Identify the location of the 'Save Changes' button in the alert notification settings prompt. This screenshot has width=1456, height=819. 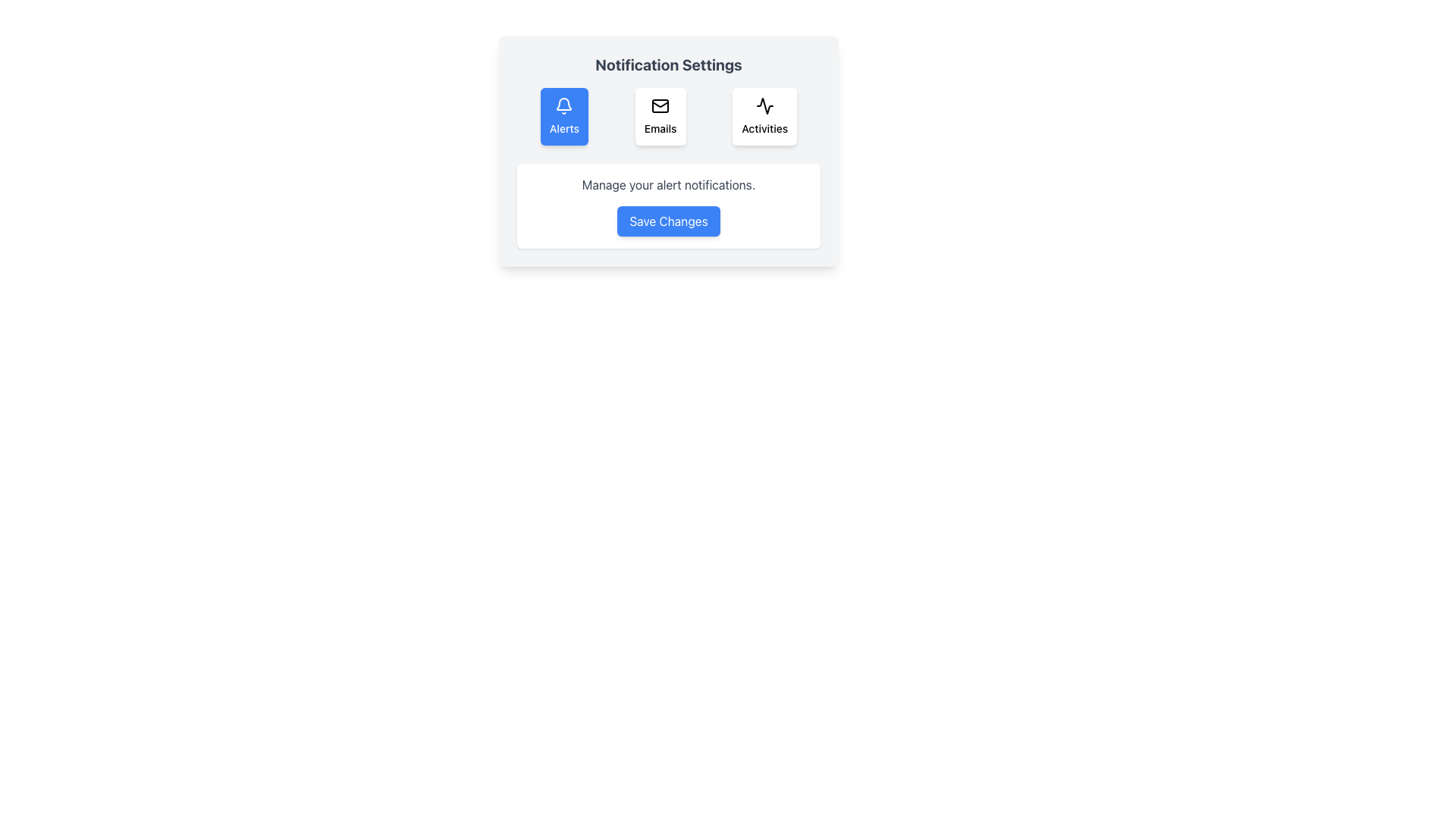
(668, 206).